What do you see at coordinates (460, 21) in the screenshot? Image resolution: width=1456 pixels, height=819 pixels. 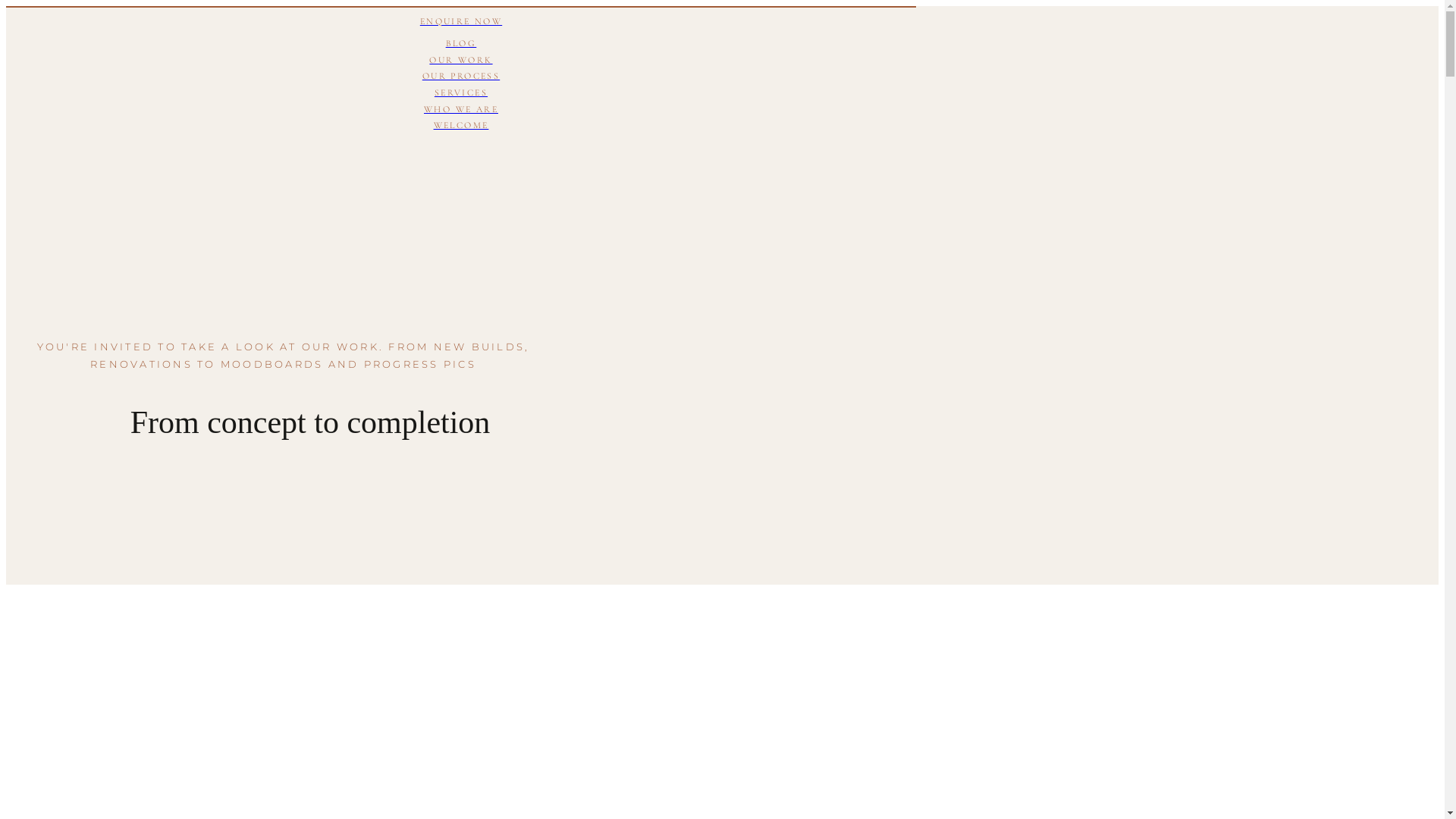 I see `'ENQUIRE NOW'` at bounding box center [460, 21].